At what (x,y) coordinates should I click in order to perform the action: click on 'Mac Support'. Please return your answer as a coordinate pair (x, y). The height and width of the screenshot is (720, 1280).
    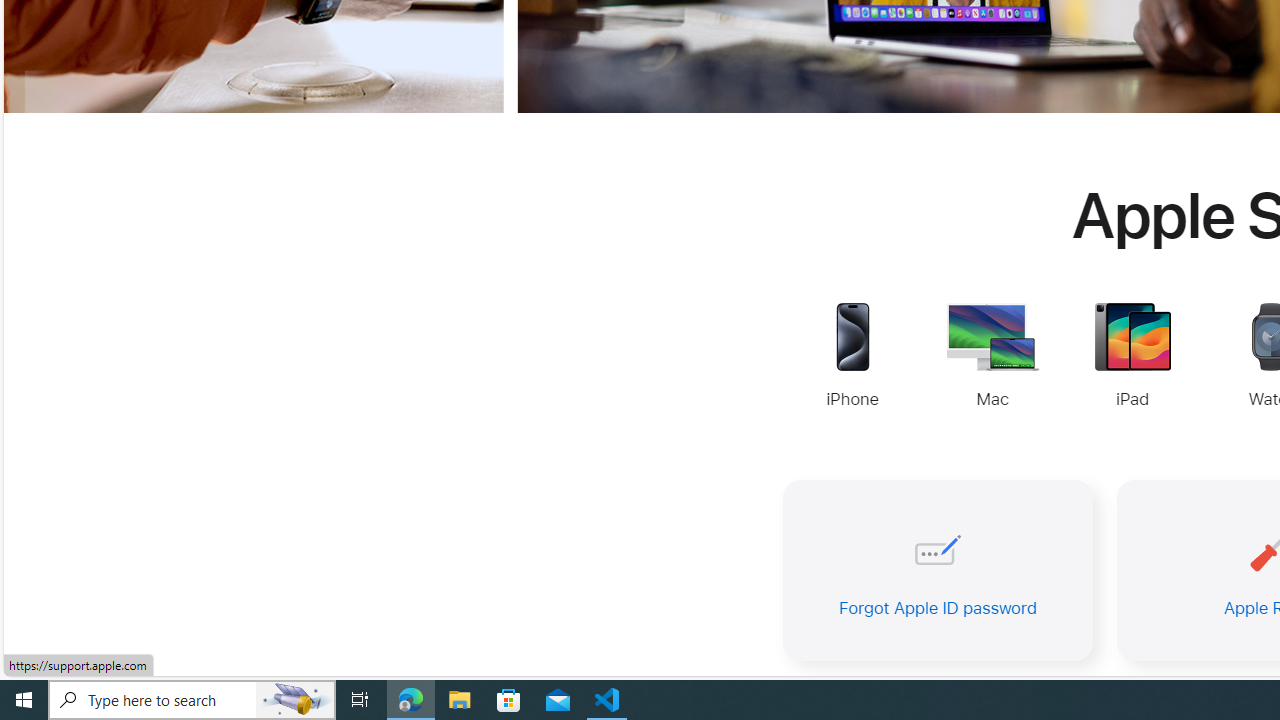
    Looking at the image, I should click on (992, 357).